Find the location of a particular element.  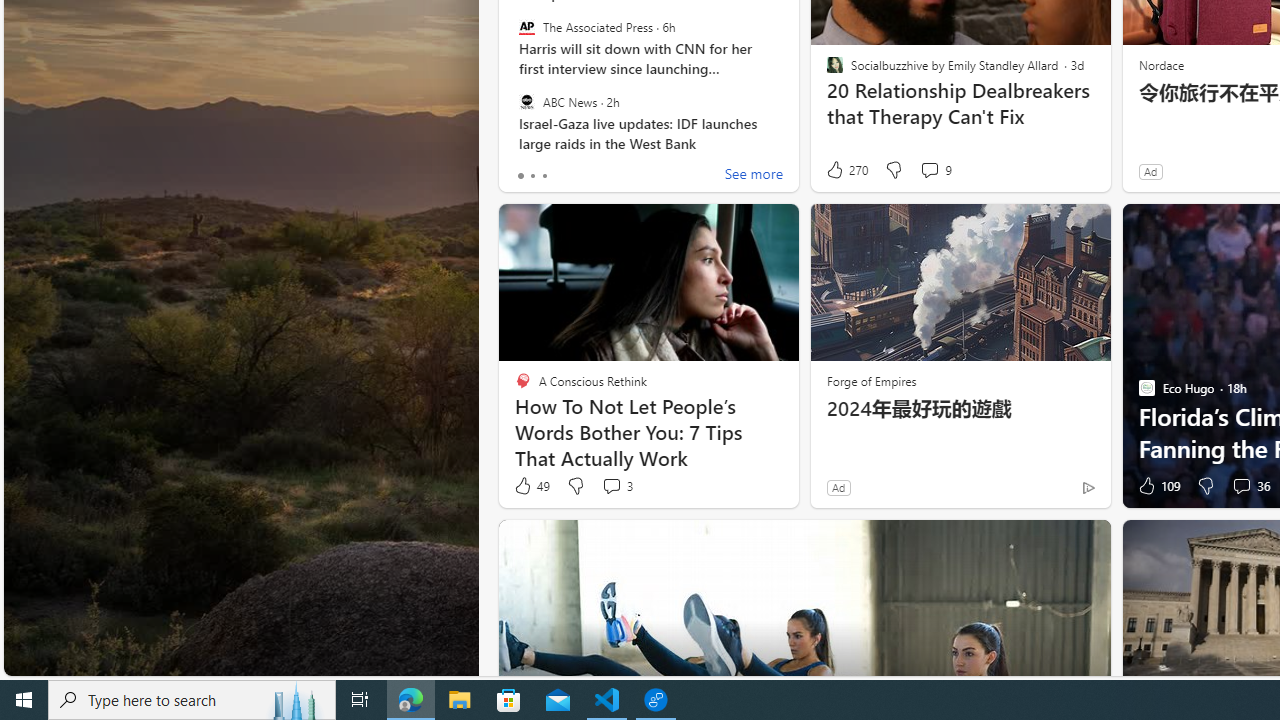

'Forge of Empires' is located at coordinates (871, 380).